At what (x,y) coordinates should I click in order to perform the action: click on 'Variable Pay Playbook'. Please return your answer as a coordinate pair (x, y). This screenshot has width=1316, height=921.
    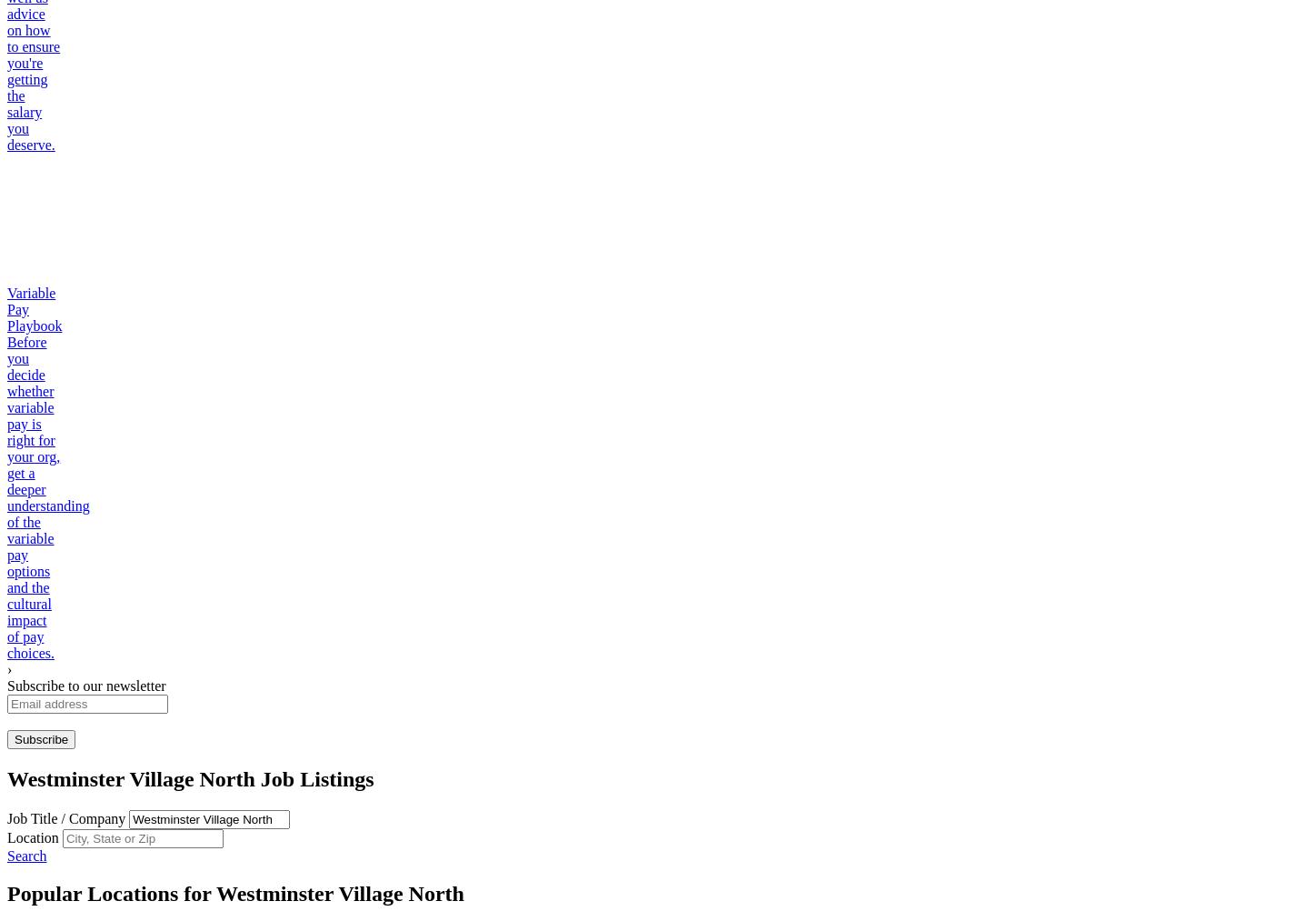
    Looking at the image, I should click on (34, 308).